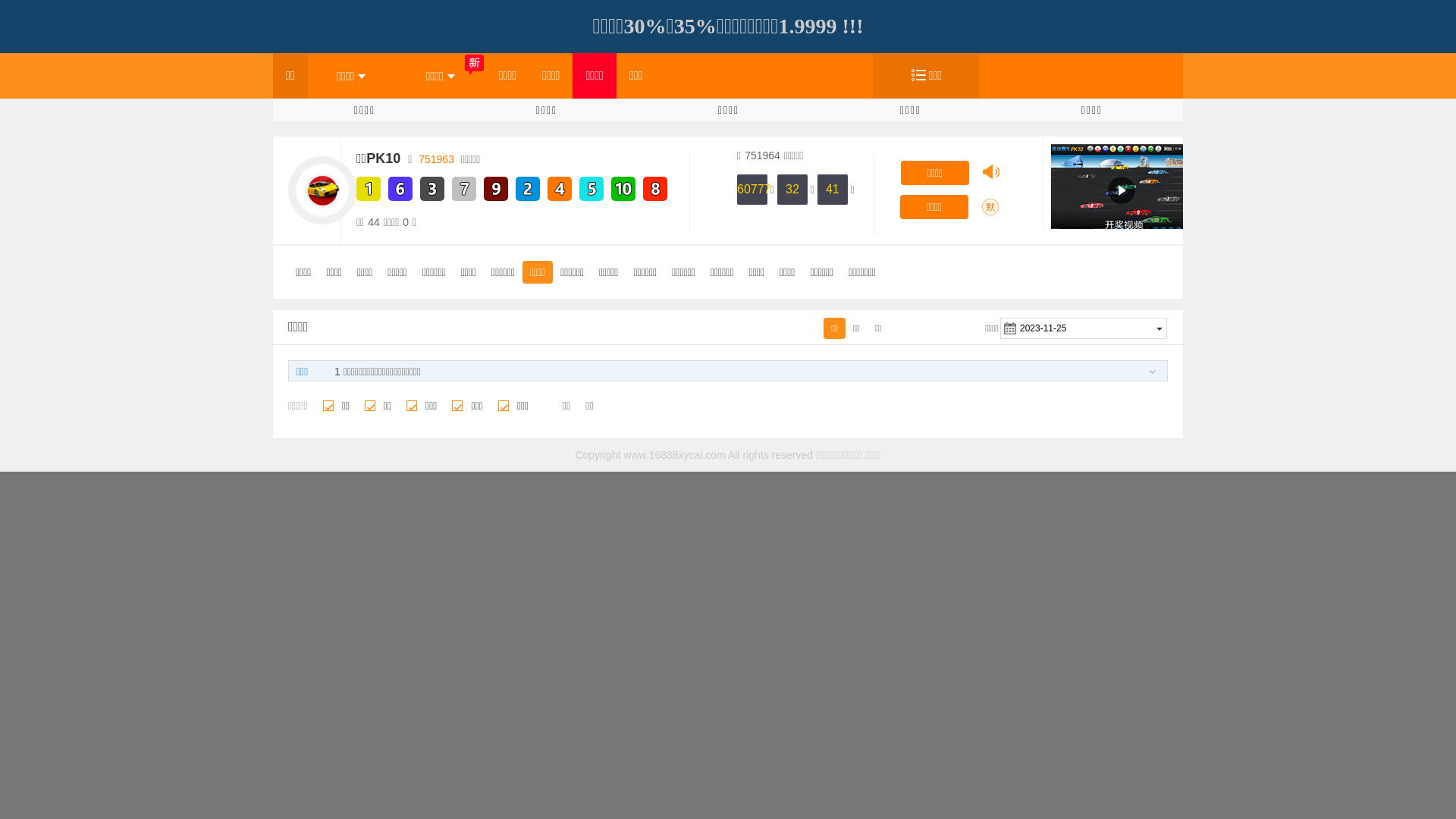  What do you see at coordinates (673, 454) in the screenshot?
I see `'www.16888xycai.com'` at bounding box center [673, 454].